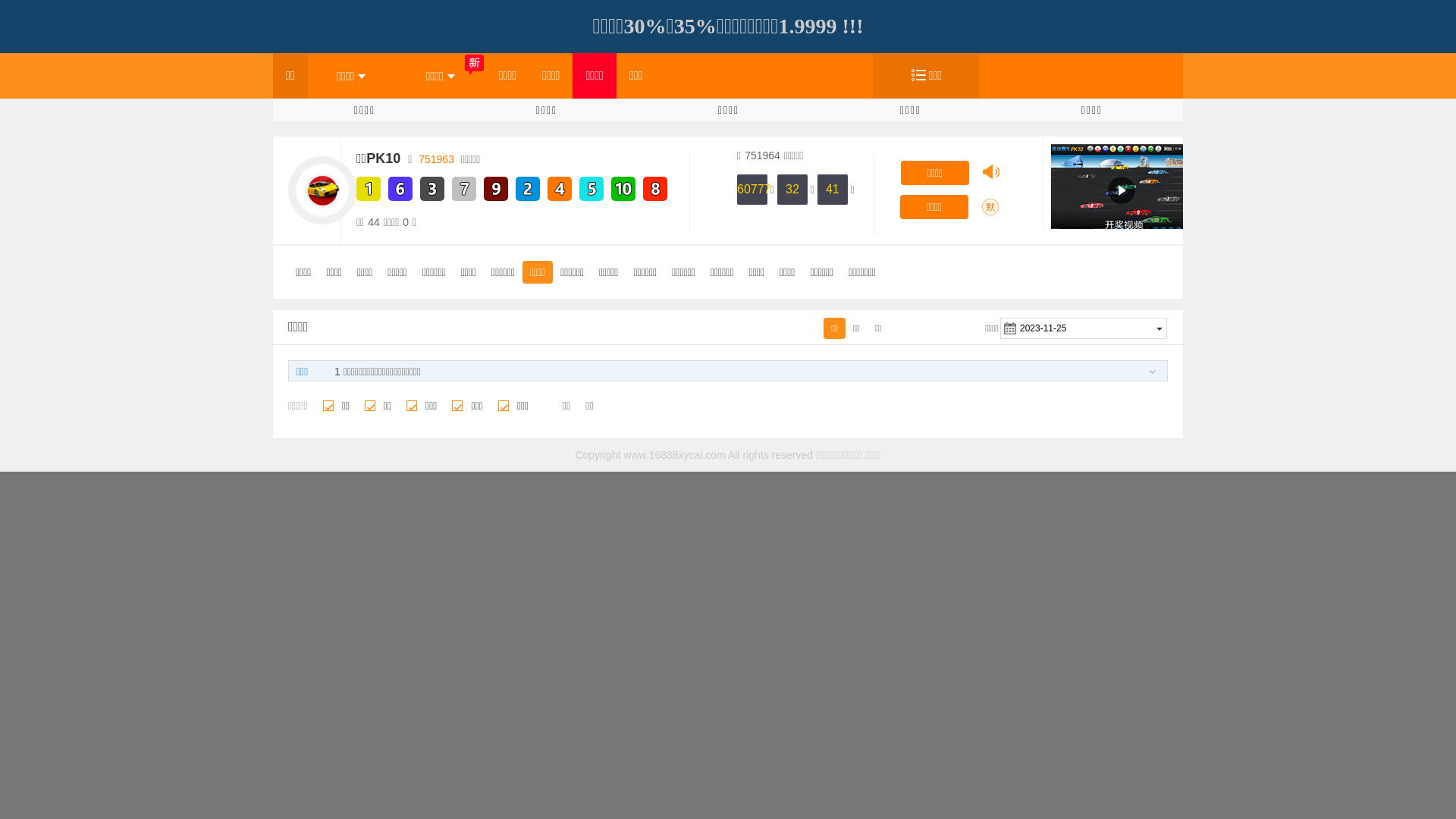  What do you see at coordinates (673, 454) in the screenshot?
I see `'www.16888xycai.com'` at bounding box center [673, 454].